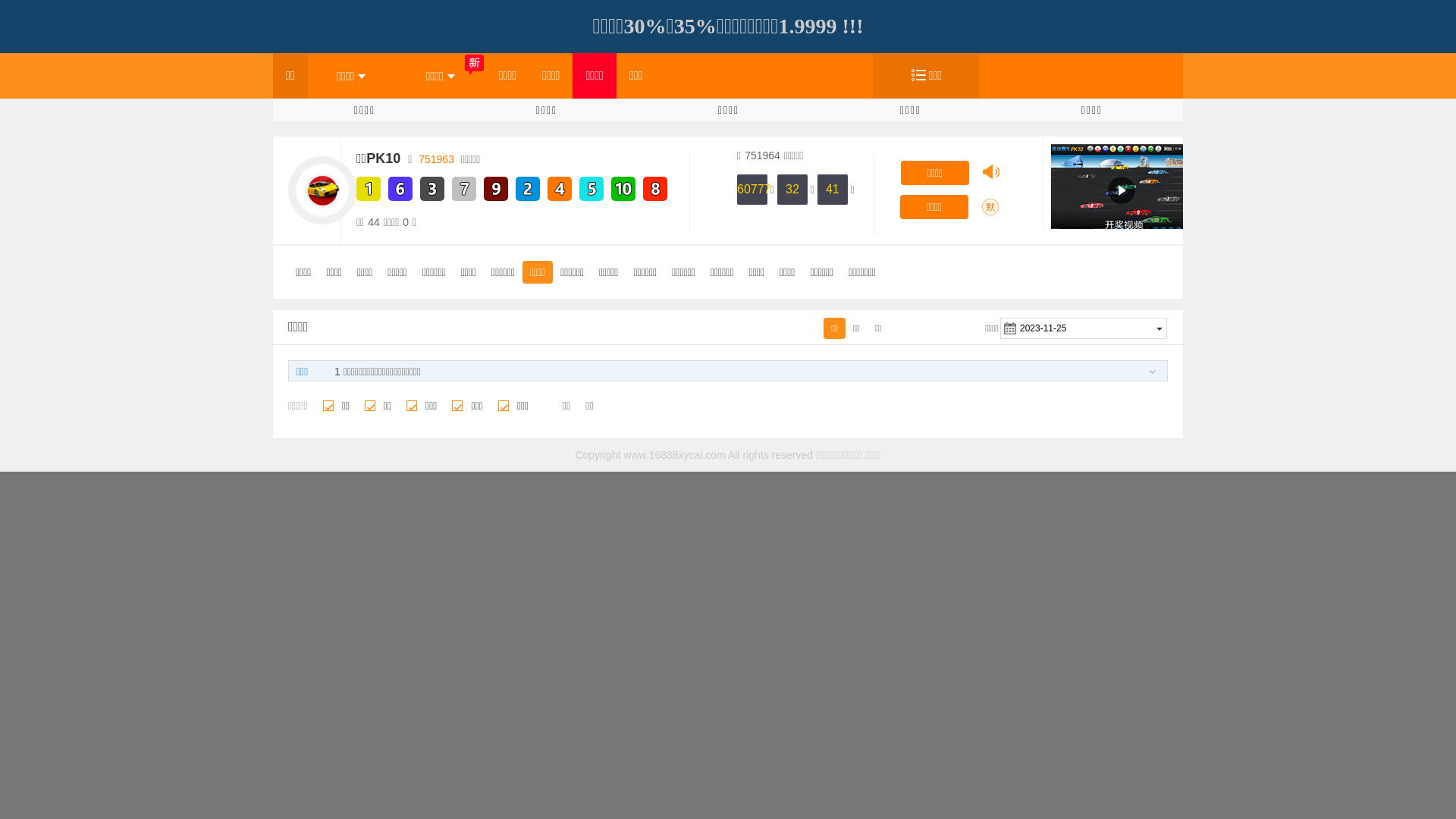  What do you see at coordinates (673, 454) in the screenshot?
I see `'www.16888xycai.com'` at bounding box center [673, 454].